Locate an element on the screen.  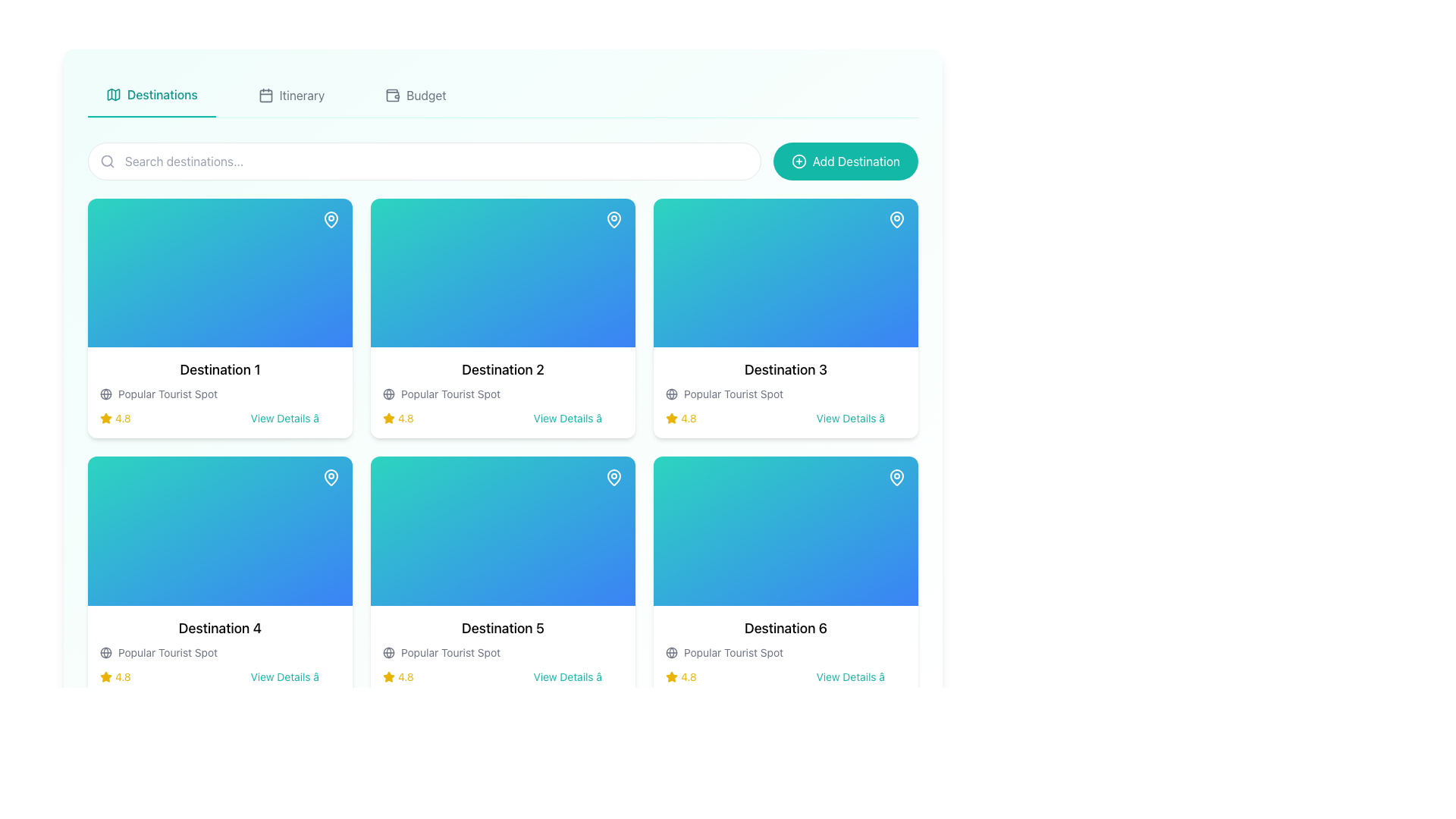
the circular part of the search icon, which serves as the lens of a magnifying glass, located near the top-center of the interface, left of the search bar is located at coordinates (106, 161).